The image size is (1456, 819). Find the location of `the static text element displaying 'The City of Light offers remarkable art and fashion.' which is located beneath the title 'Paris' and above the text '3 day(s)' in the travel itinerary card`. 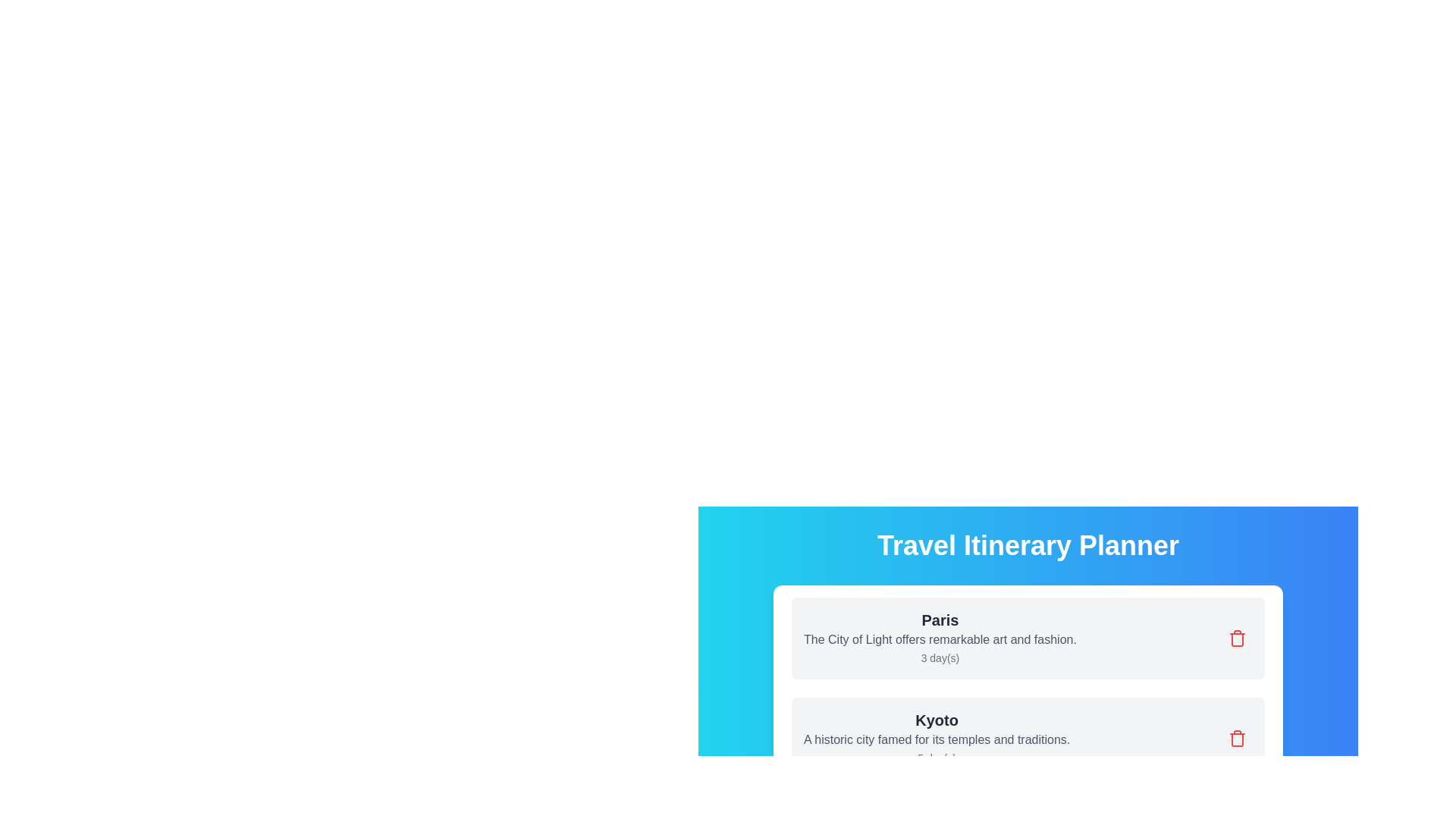

the static text element displaying 'The City of Light offers remarkable art and fashion.' which is located beneath the title 'Paris' and above the text '3 day(s)' in the travel itinerary card is located at coordinates (939, 640).